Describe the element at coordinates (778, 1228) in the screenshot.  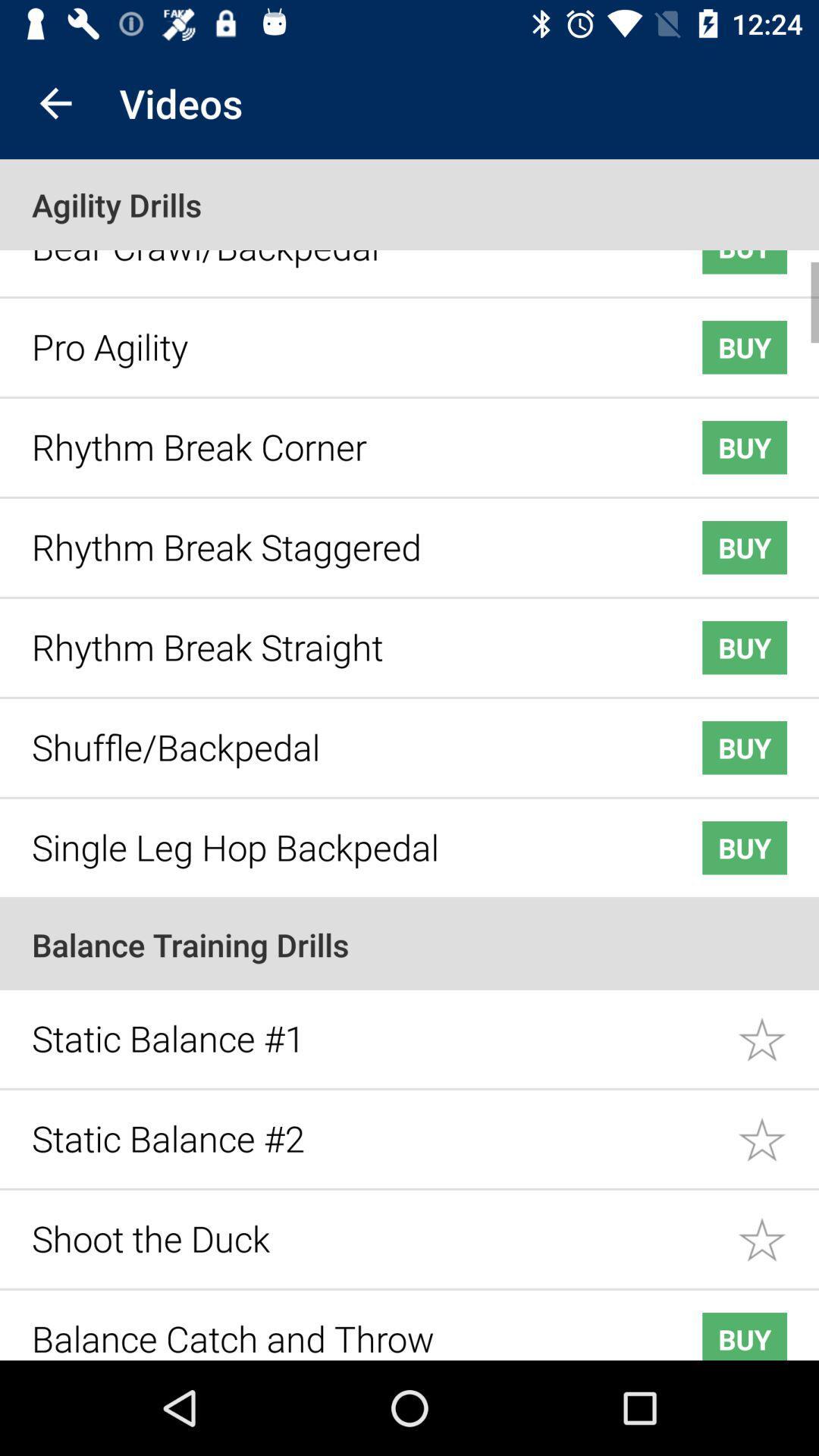
I see `option` at that location.